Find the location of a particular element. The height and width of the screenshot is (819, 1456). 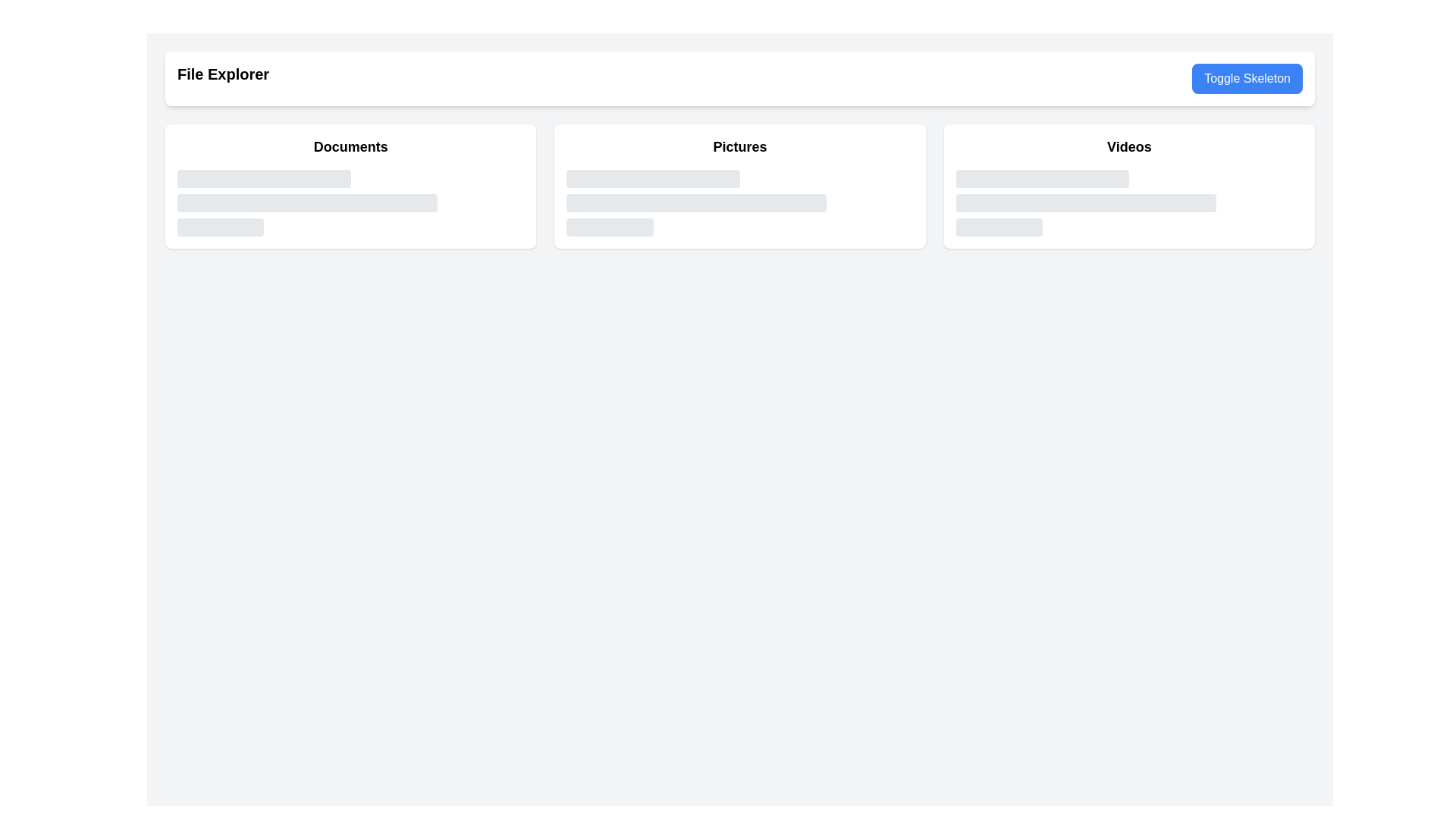

the second horizontal rectangular Placeholder/Skeleton Loader element with rounded edges and gray color in the 'Documents' section of the interface is located at coordinates (306, 202).